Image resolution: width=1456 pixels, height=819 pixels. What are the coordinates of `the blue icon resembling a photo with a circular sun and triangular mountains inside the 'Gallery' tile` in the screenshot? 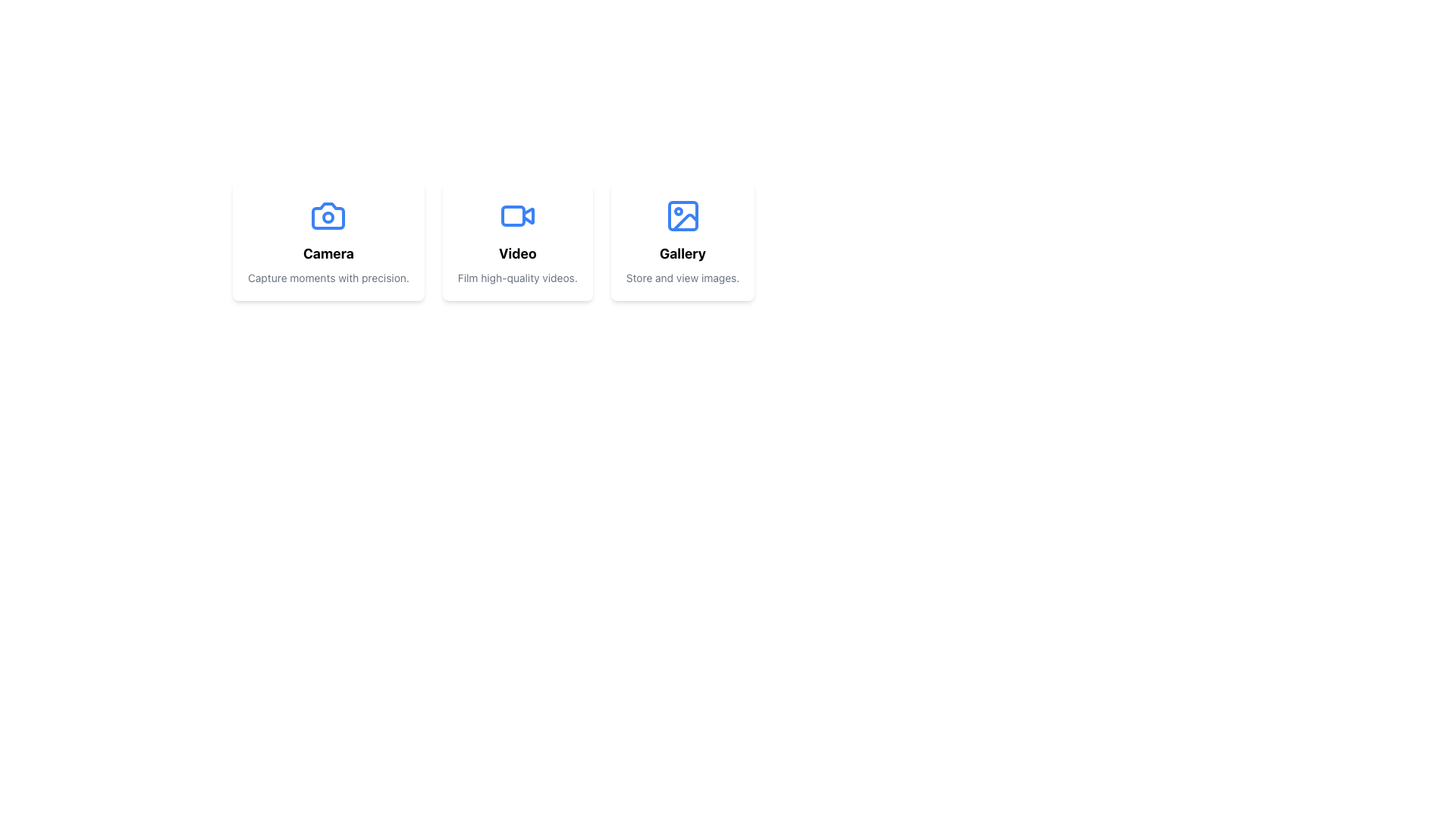 It's located at (682, 216).